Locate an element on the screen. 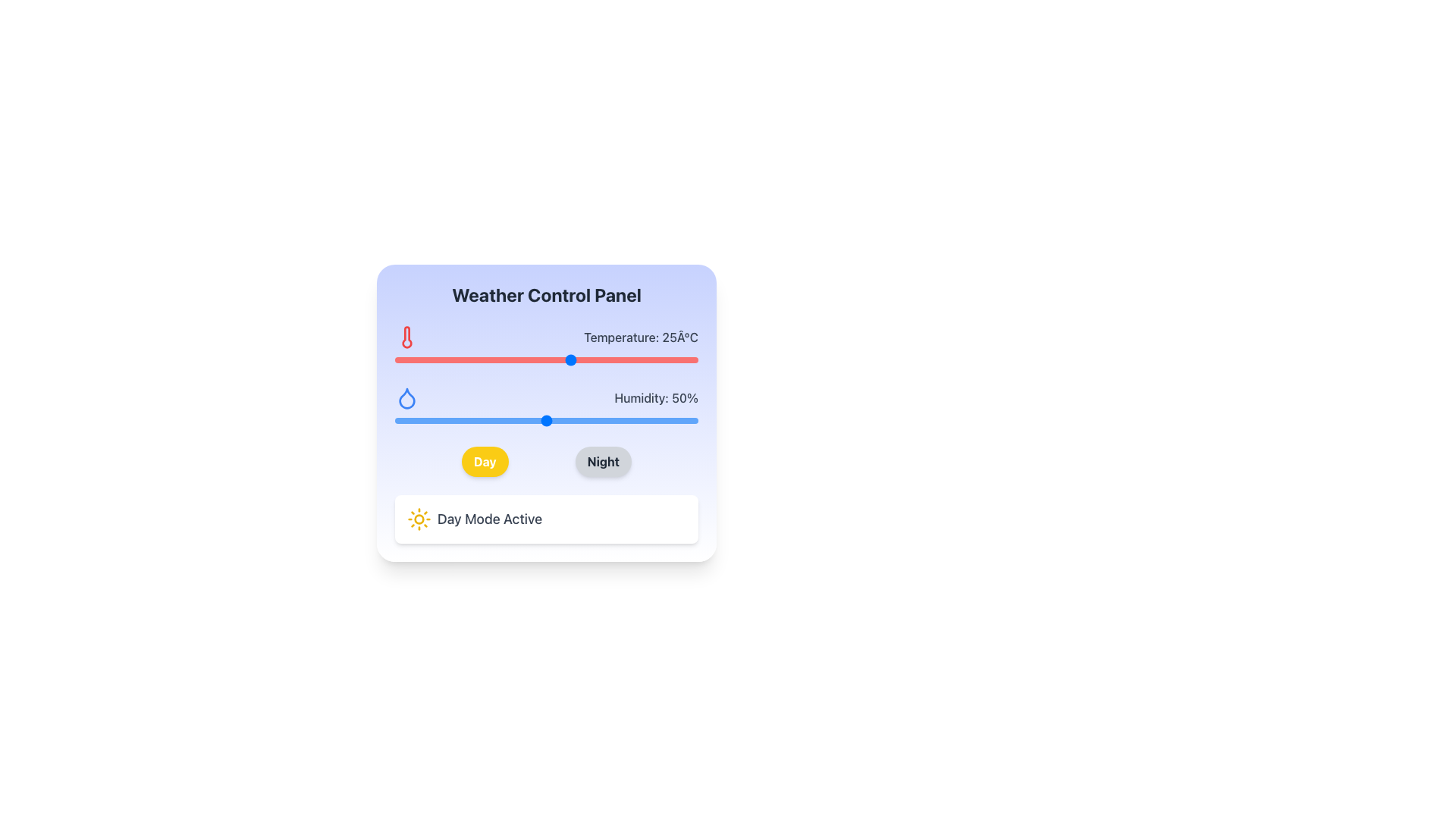  the handle of the horizontal range slider, which has a blue progress bar and reflects a value of 50%, horizontally is located at coordinates (546, 421).